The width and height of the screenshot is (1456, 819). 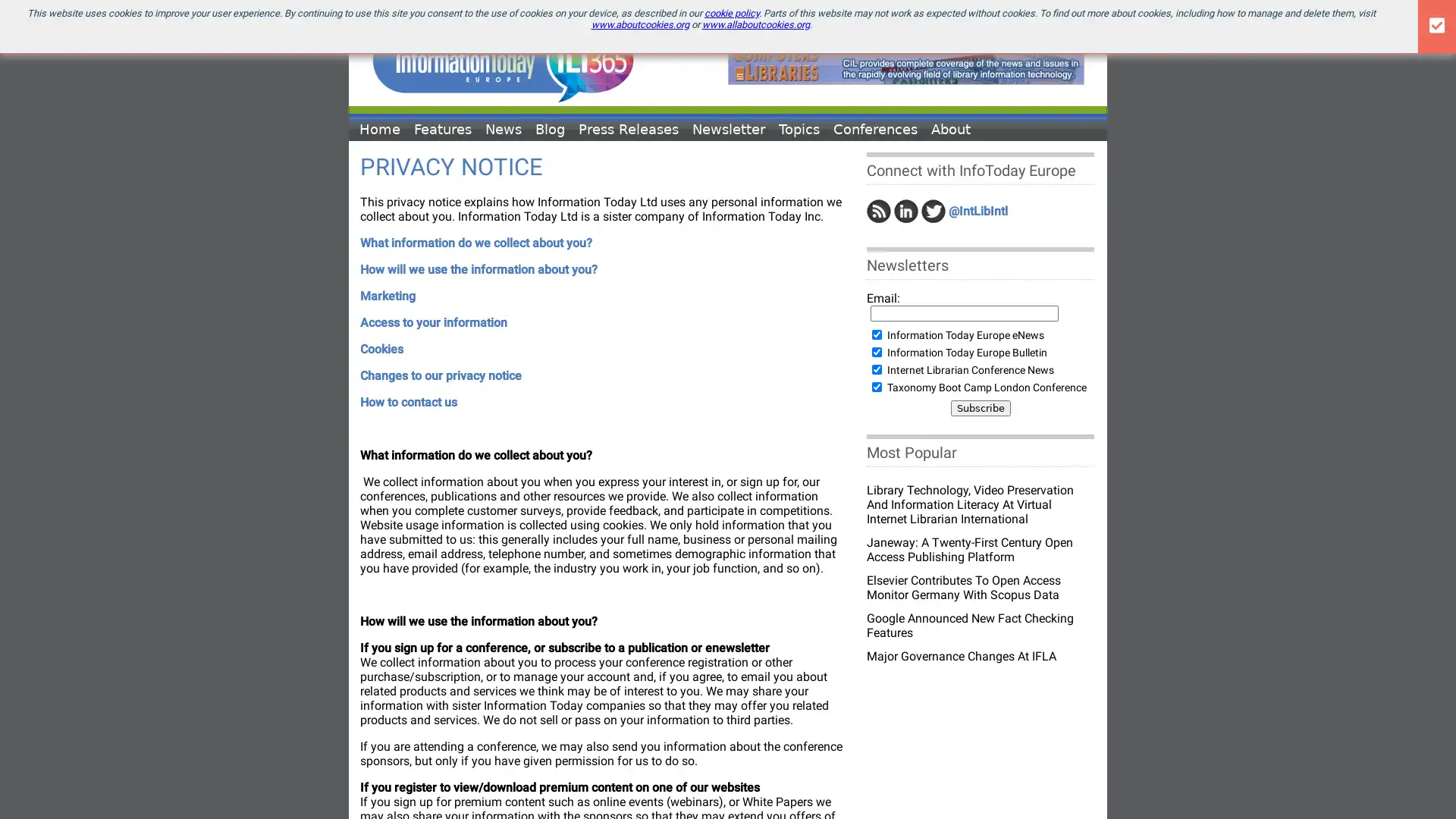 What do you see at coordinates (980, 407) in the screenshot?
I see `Subscribe` at bounding box center [980, 407].